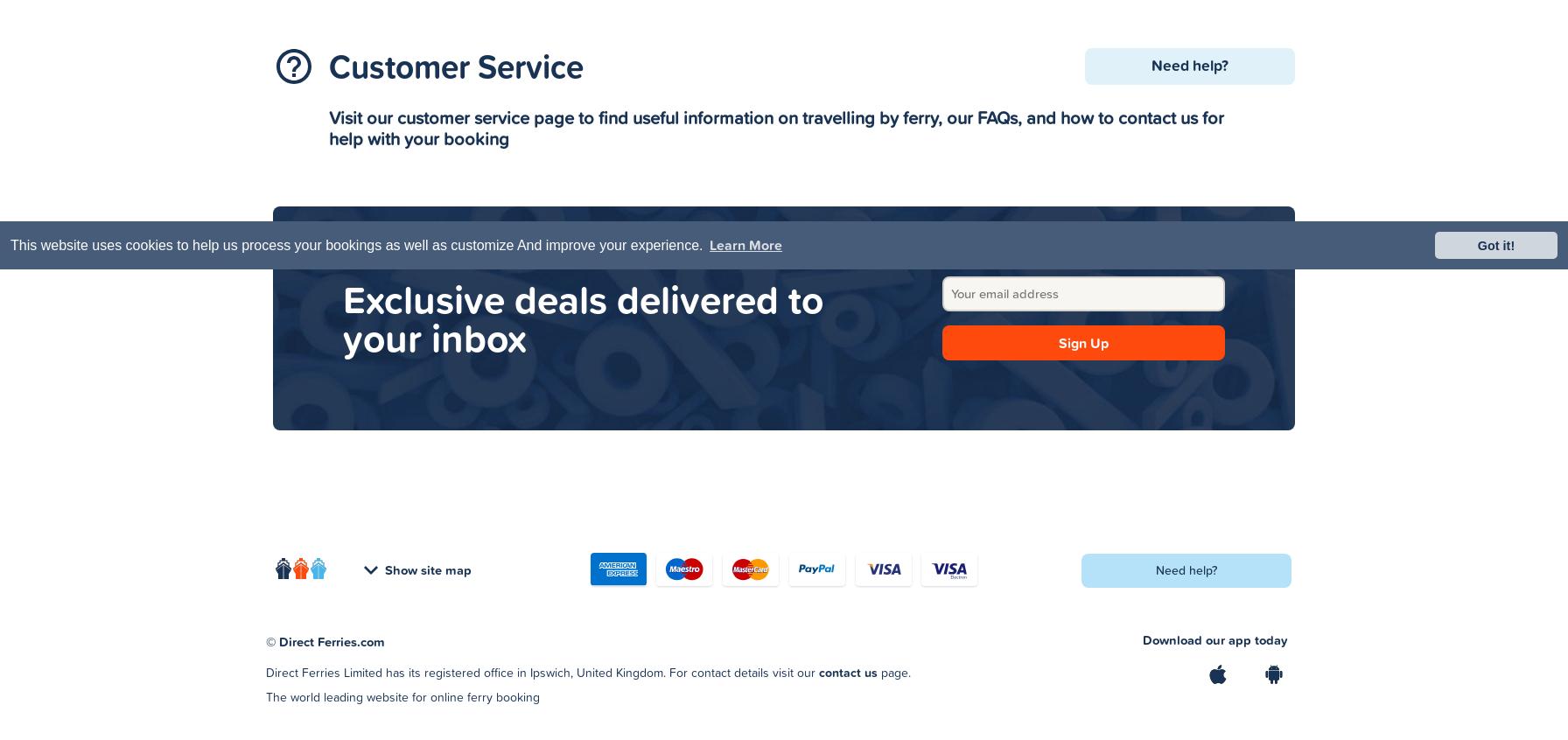 The width and height of the screenshot is (1568, 740). What do you see at coordinates (847, 672) in the screenshot?
I see `'contact us'` at bounding box center [847, 672].